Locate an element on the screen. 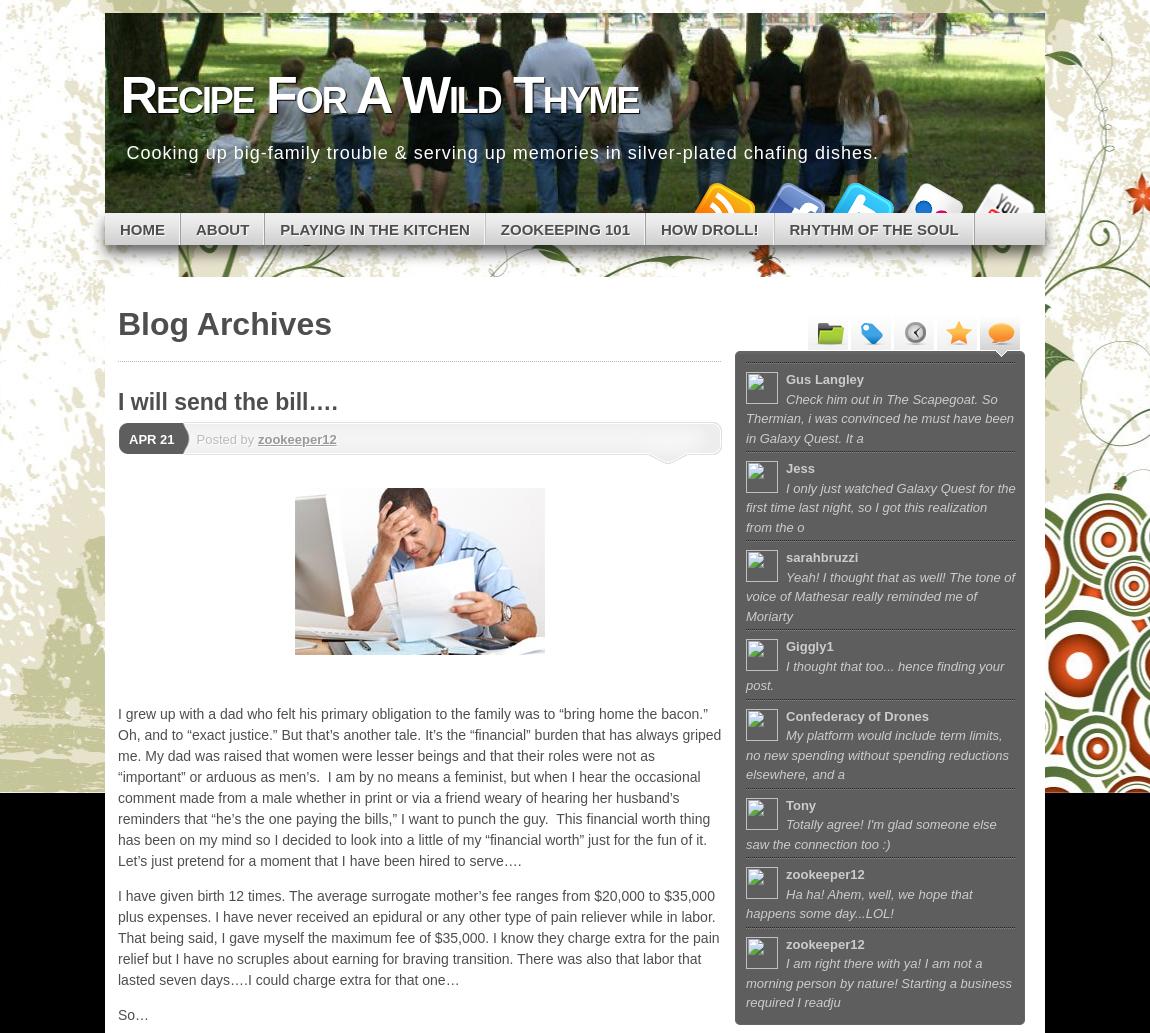  'zookeeper12' is located at coordinates (256, 439).